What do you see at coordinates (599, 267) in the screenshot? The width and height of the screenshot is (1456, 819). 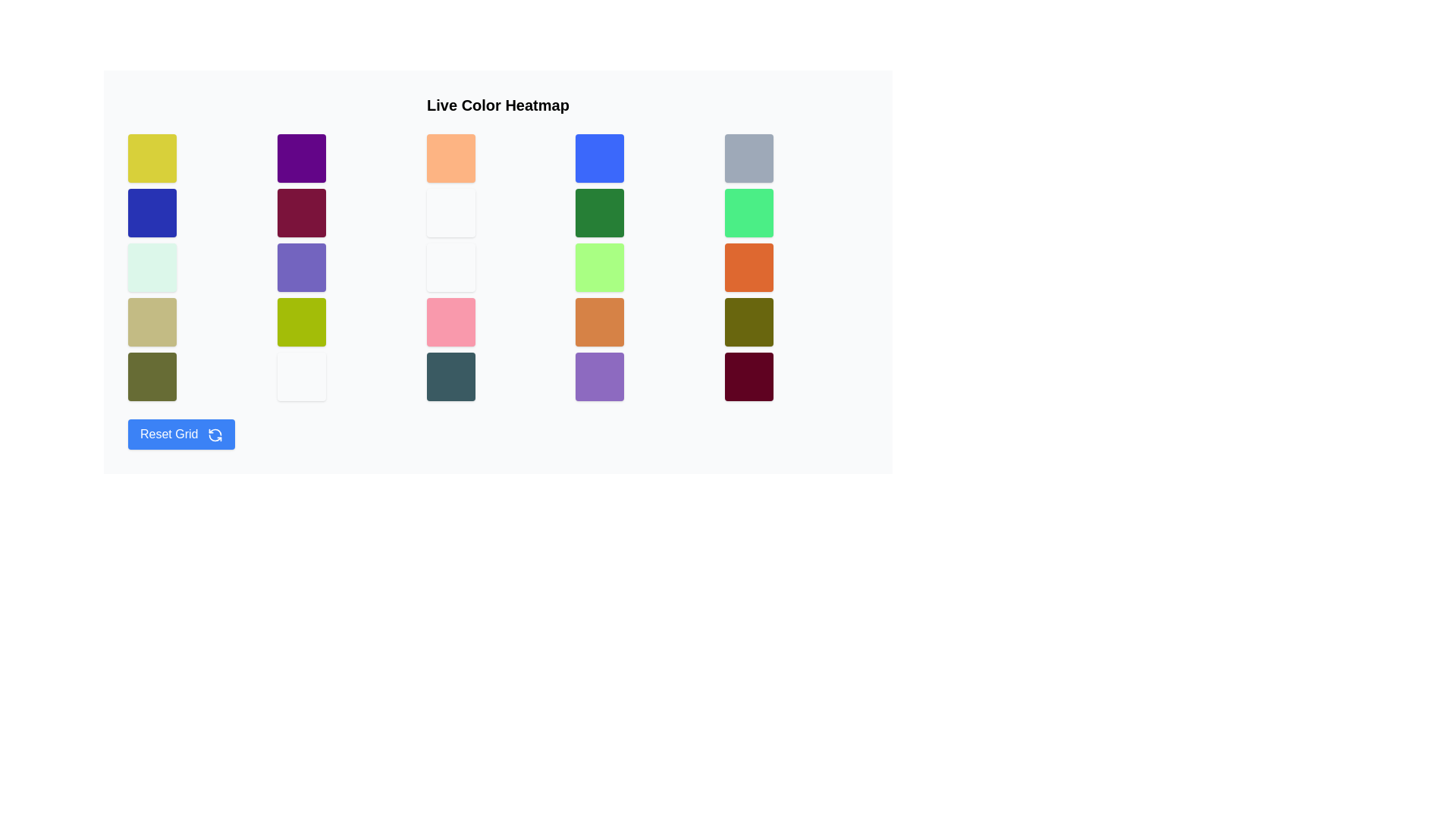 I see `the Square UI tile located in the 4th column and 3rd row of the grid layout, which corresponds to a specific data point in the color heatmap application` at bounding box center [599, 267].